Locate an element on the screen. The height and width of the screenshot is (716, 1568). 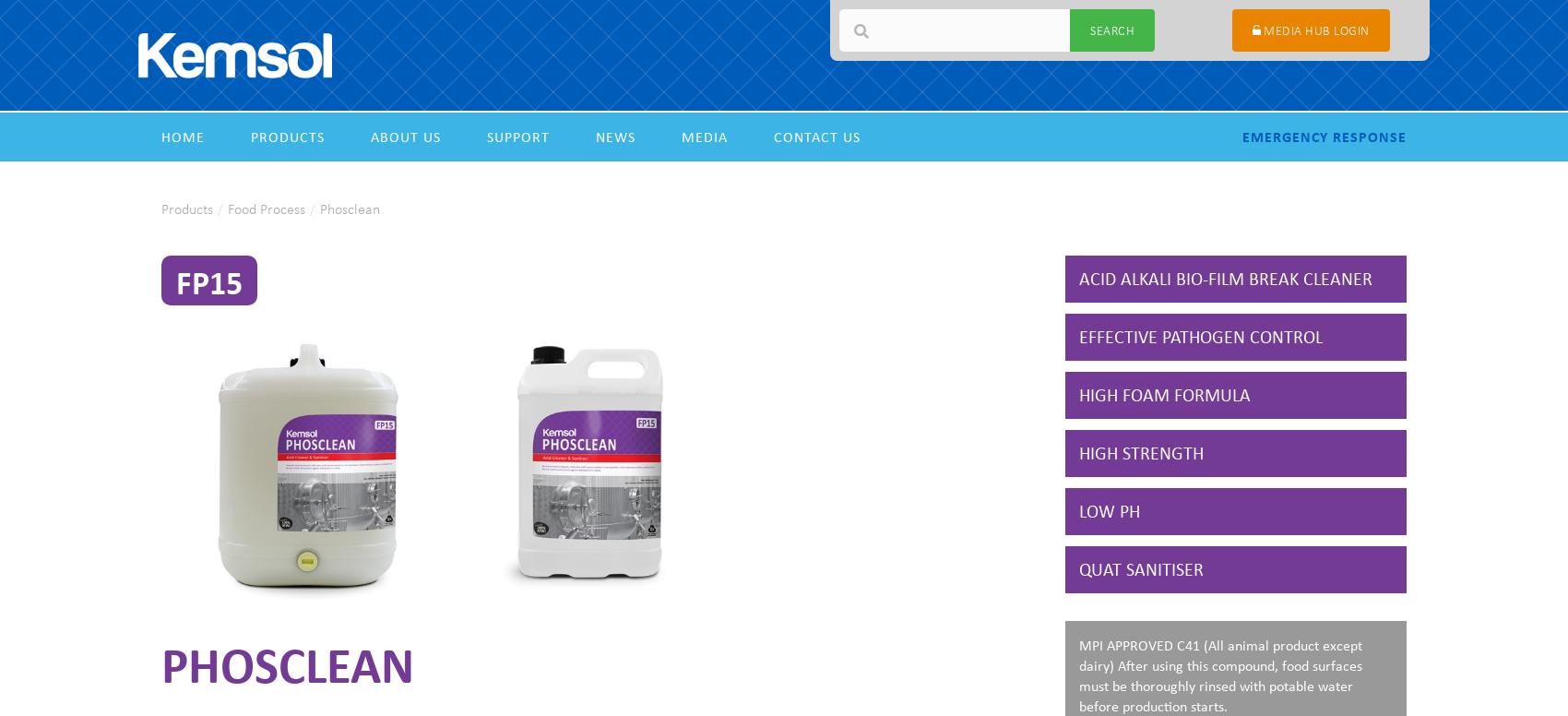
'News' is located at coordinates (615, 135).